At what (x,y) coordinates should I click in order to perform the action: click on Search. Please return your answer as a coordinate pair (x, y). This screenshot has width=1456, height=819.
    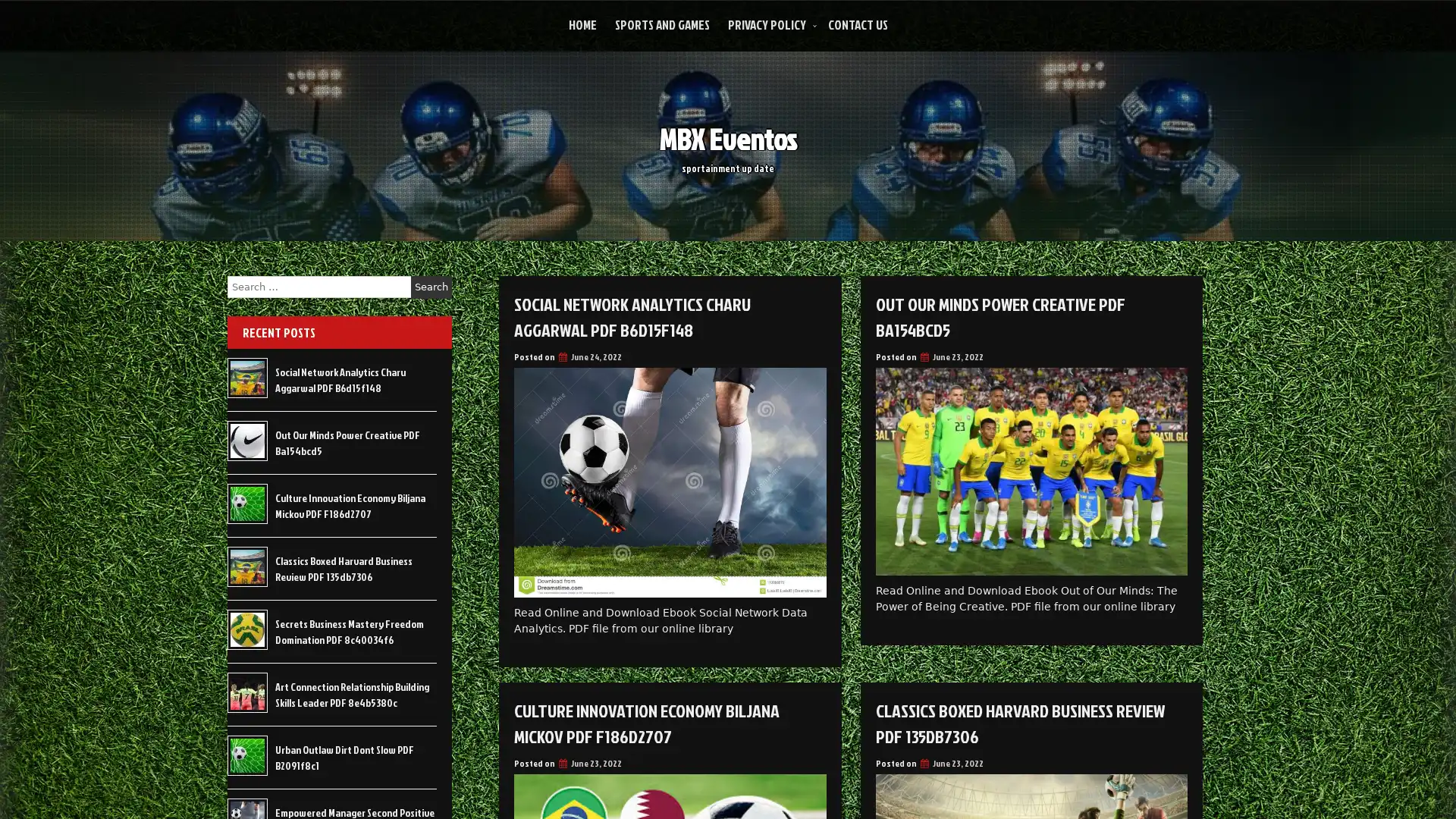
    Looking at the image, I should click on (431, 287).